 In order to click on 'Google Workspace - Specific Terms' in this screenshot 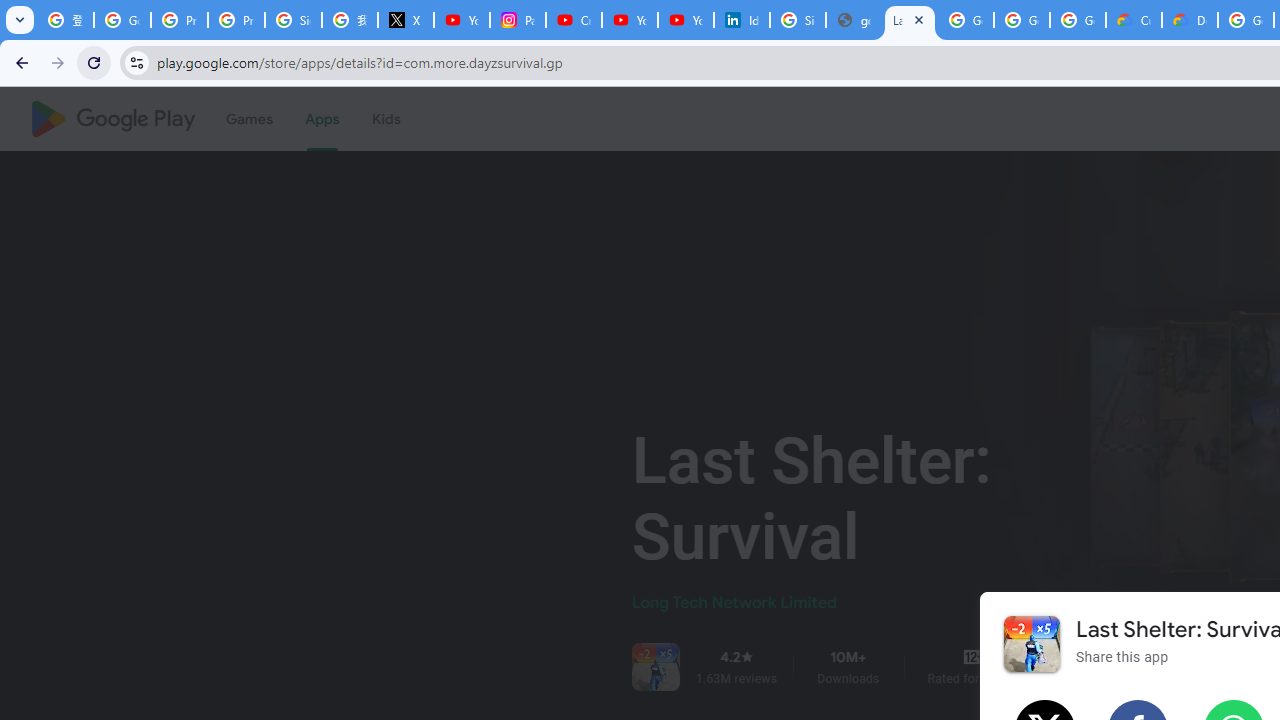, I will do `click(1022, 20)`.